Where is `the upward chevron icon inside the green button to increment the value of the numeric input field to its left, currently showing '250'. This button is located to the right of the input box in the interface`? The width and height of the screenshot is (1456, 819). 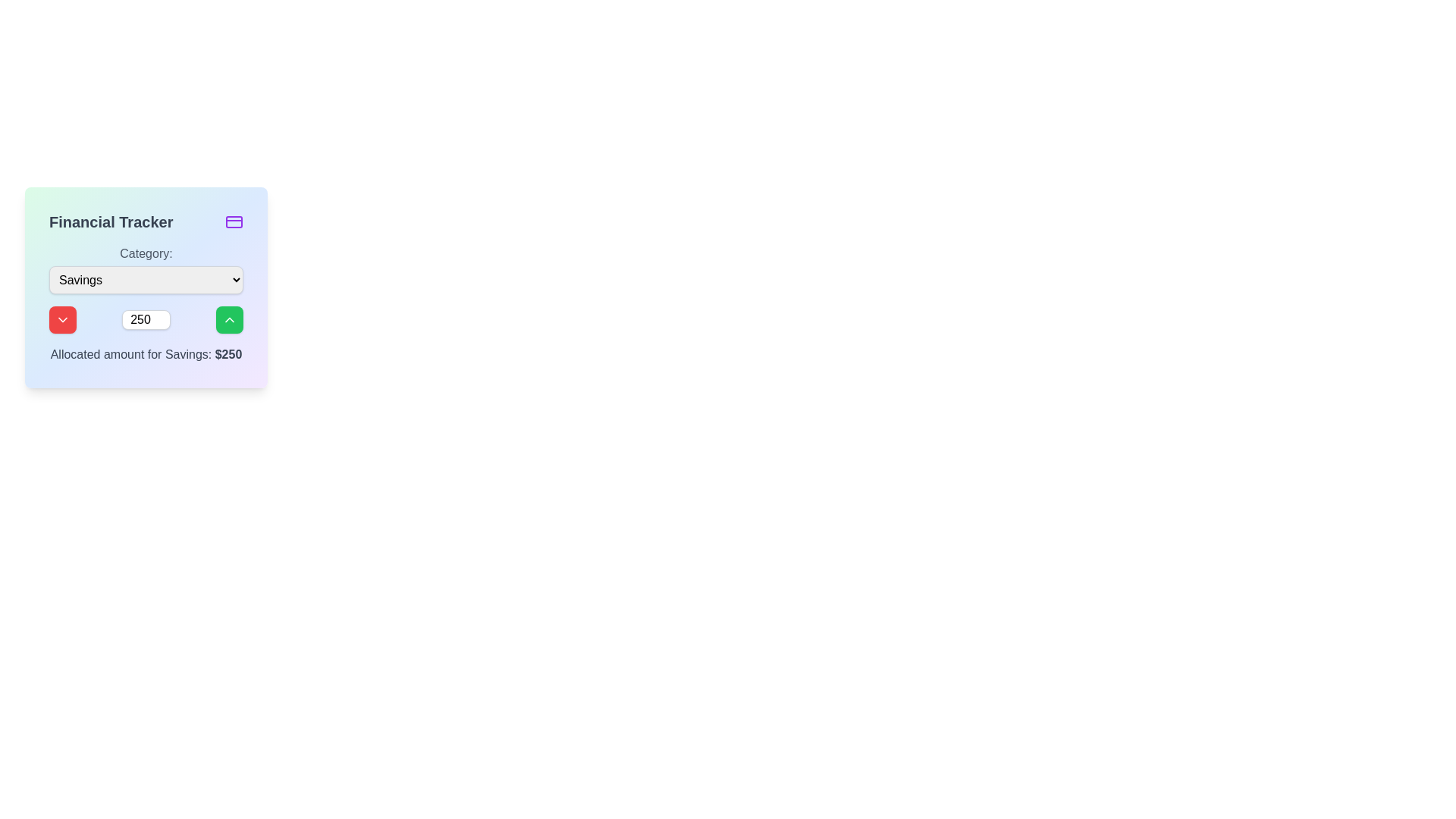
the upward chevron icon inside the green button to increment the value of the numeric input field to its left, currently showing '250'. This button is located to the right of the input box in the interface is located at coordinates (228, 318).